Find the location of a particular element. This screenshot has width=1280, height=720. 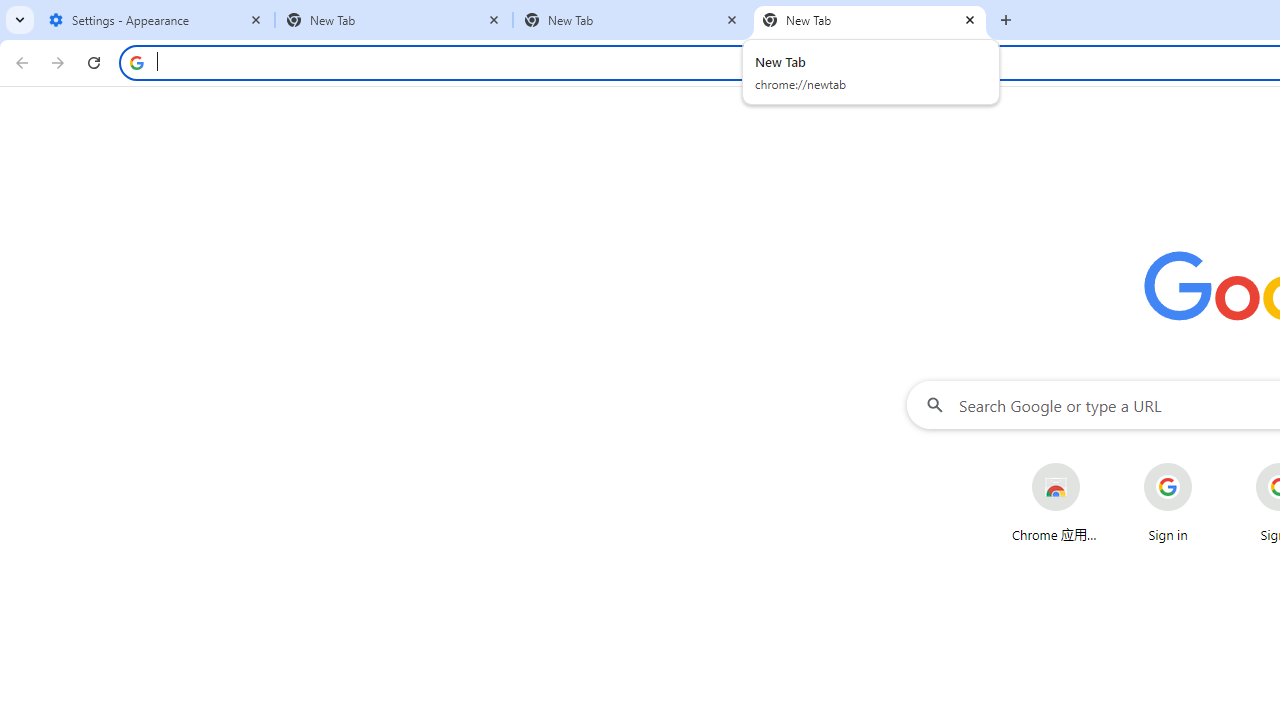

'Settings - Appearance' is located at coordinates (155, 20).